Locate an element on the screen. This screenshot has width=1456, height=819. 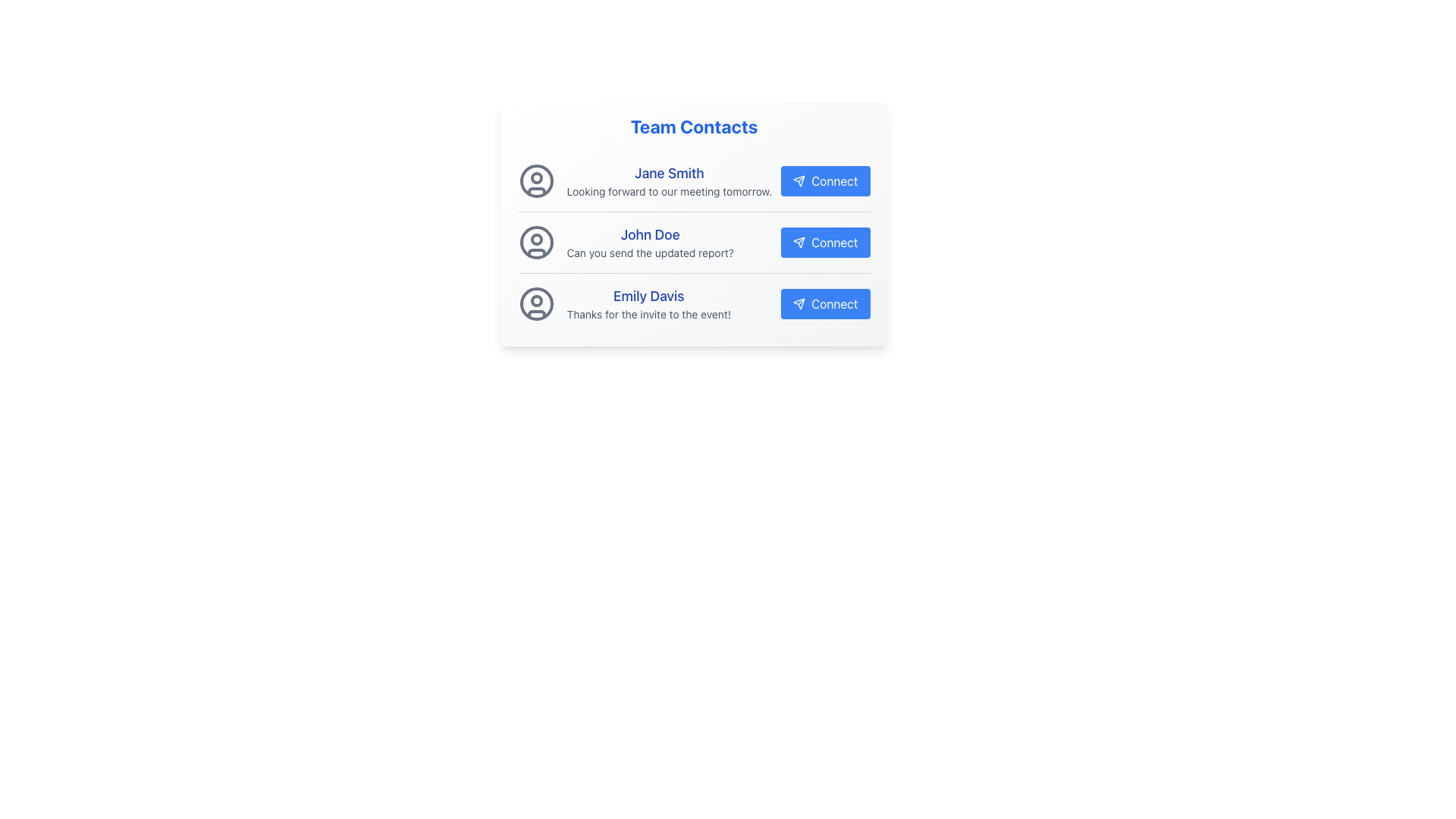
the user avatar icon, which is a circular gray icon located to the left of the text 'Emily Davis' in the third row of the 'Team Contacts' panel is located at coordinates (536, 304).